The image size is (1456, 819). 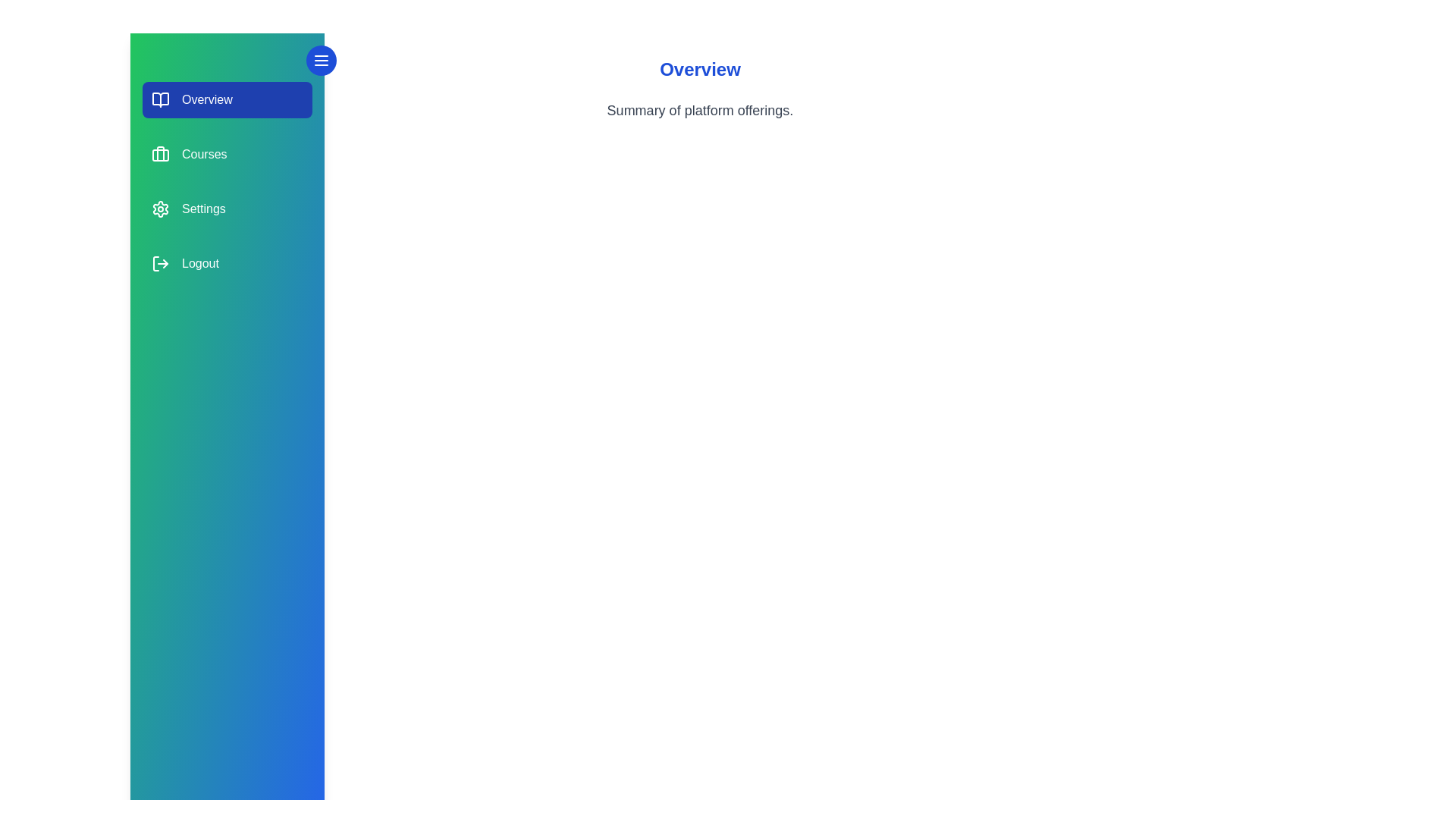 What do you see at coordinates (226, 262) in the screenshot?
I see `the section labeled Logout to view its hover effect` at bounding box center [226, 262].